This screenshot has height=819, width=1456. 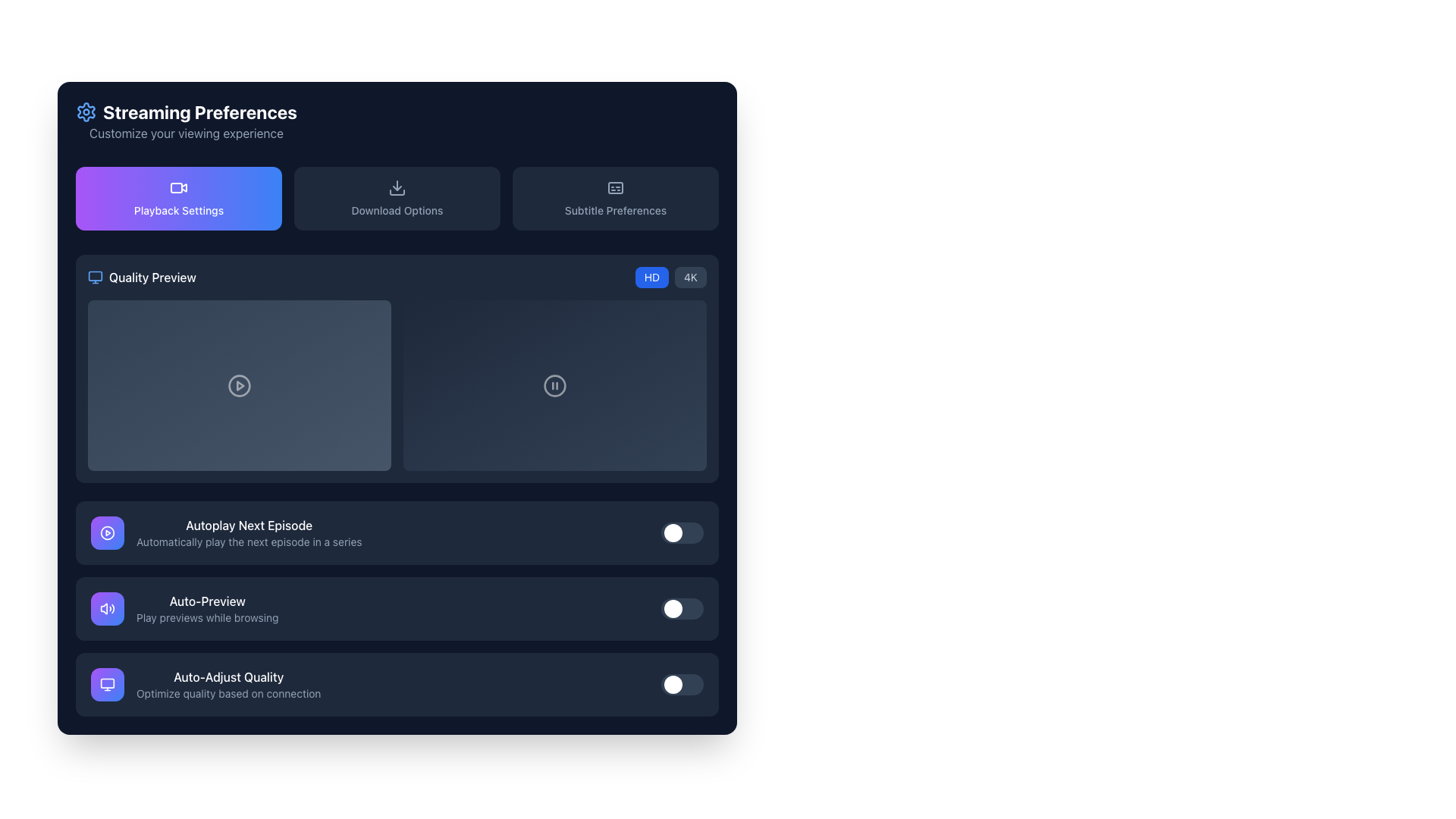 I want to click on the 'Download Options' button, which is a rectangular button with a dark background and a download icon, positioned centrally among three buttons in the 'Streaming Preferences' section, so click(x=397, y=198).